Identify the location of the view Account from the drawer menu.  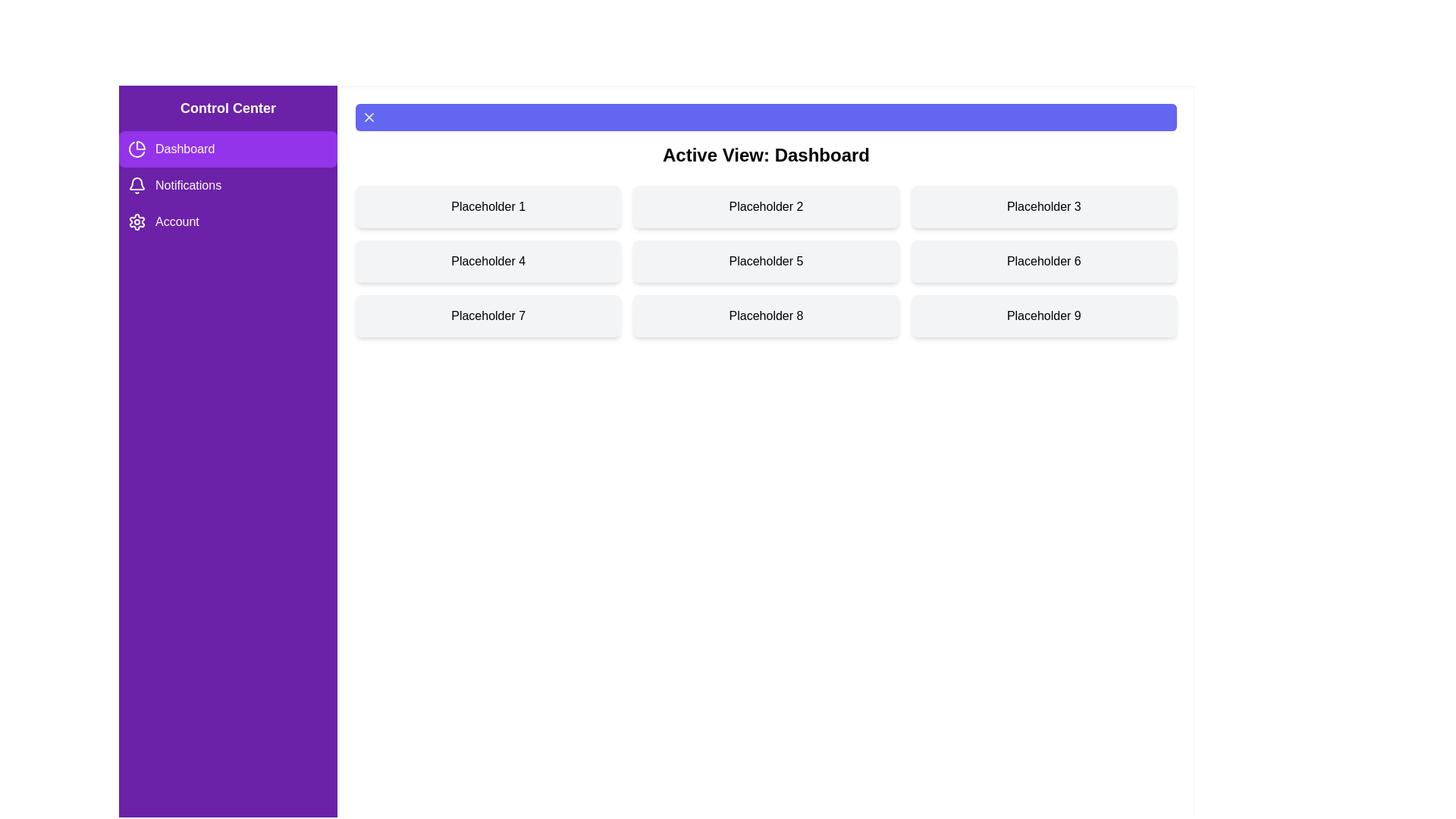
(227, 222).